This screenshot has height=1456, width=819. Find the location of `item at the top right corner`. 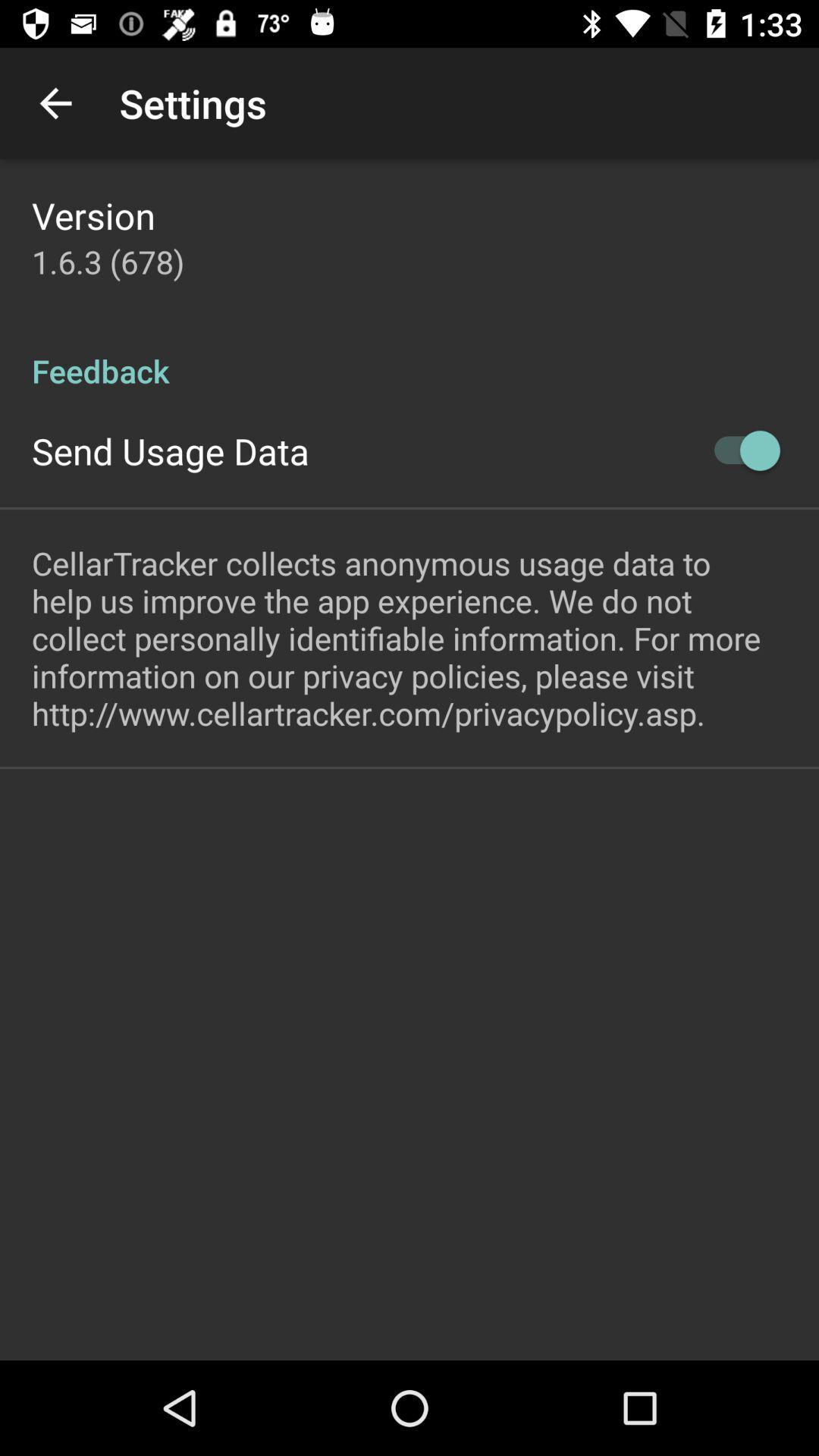

item at the top right corner is located at coordinates (739, 450).